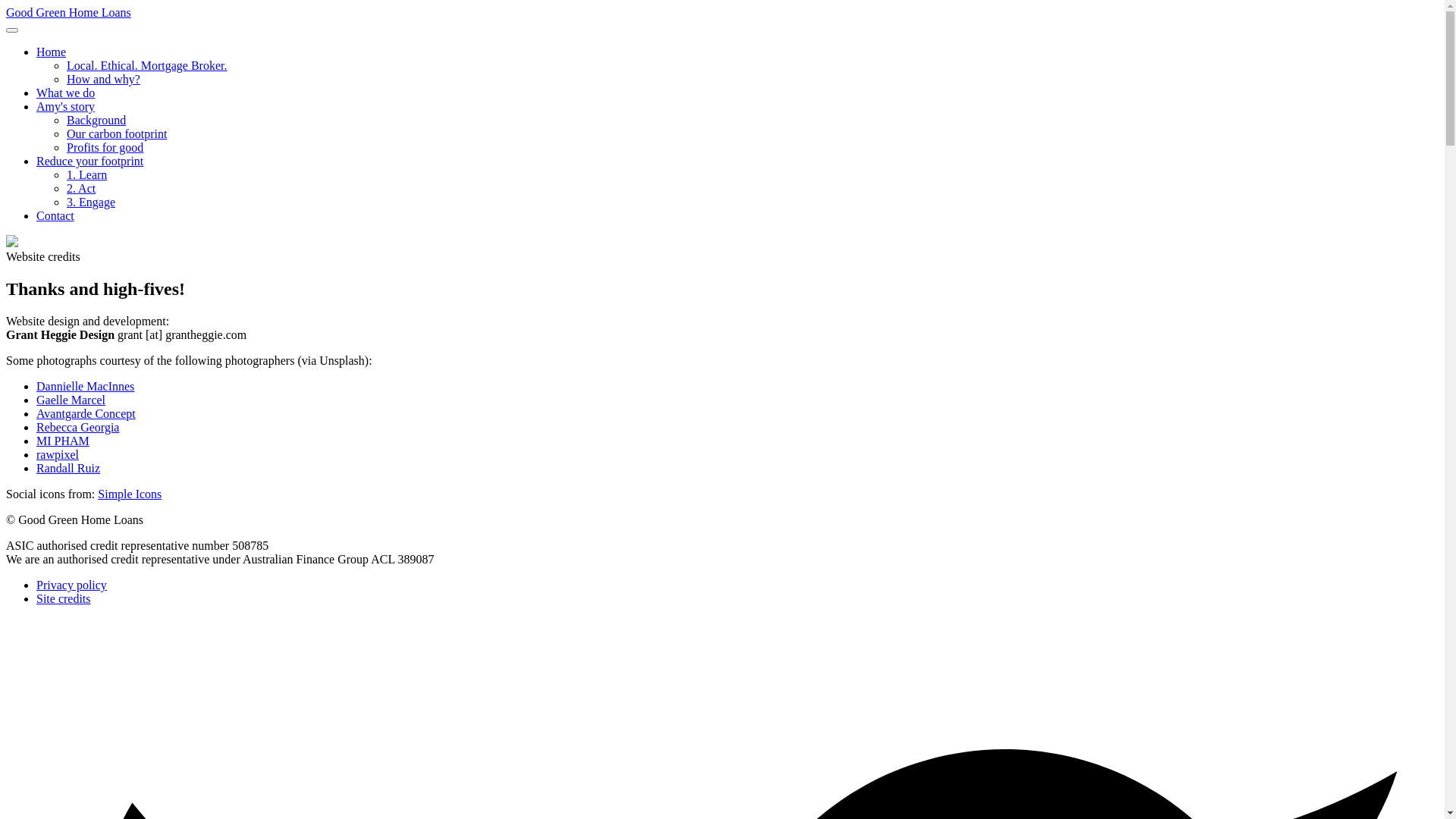 The image size is (1456, 819). I want to click on '1. Learn', so click(86, 174).